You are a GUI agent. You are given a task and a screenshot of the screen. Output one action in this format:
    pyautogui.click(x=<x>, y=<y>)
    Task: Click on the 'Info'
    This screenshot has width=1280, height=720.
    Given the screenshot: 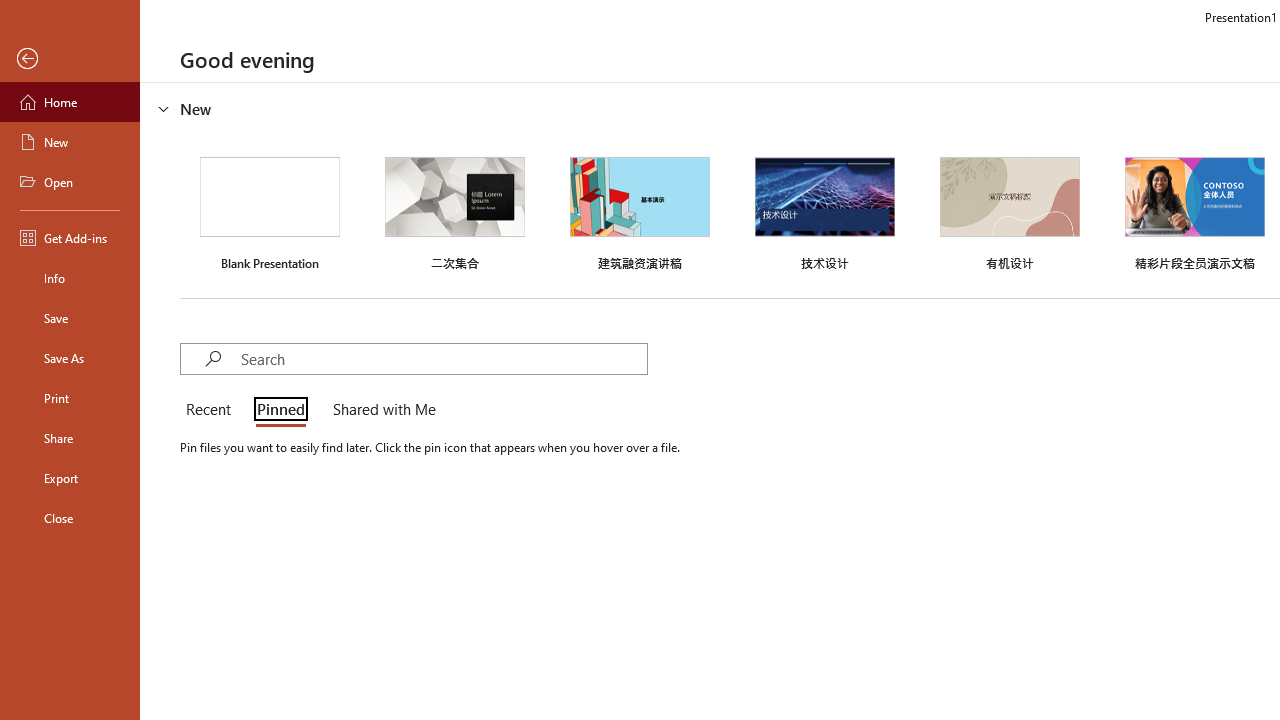 What is the action you would take?
    pyautogui.click(x=69, y=277)
    